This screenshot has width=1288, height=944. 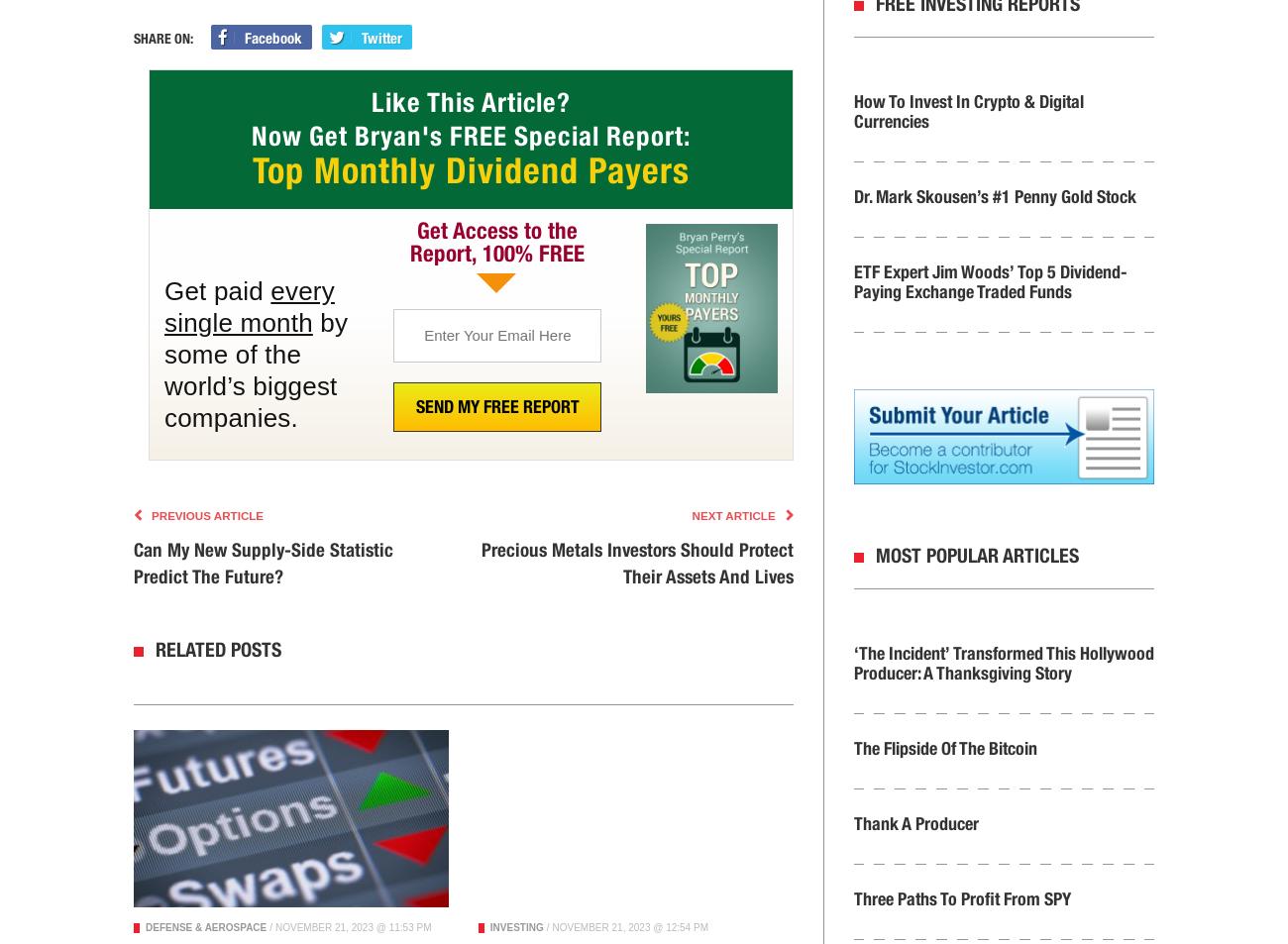 What do you see at coordinates (248, 306) in the screenshot?
I see `'every single month'` at bounding box center [248, 306].